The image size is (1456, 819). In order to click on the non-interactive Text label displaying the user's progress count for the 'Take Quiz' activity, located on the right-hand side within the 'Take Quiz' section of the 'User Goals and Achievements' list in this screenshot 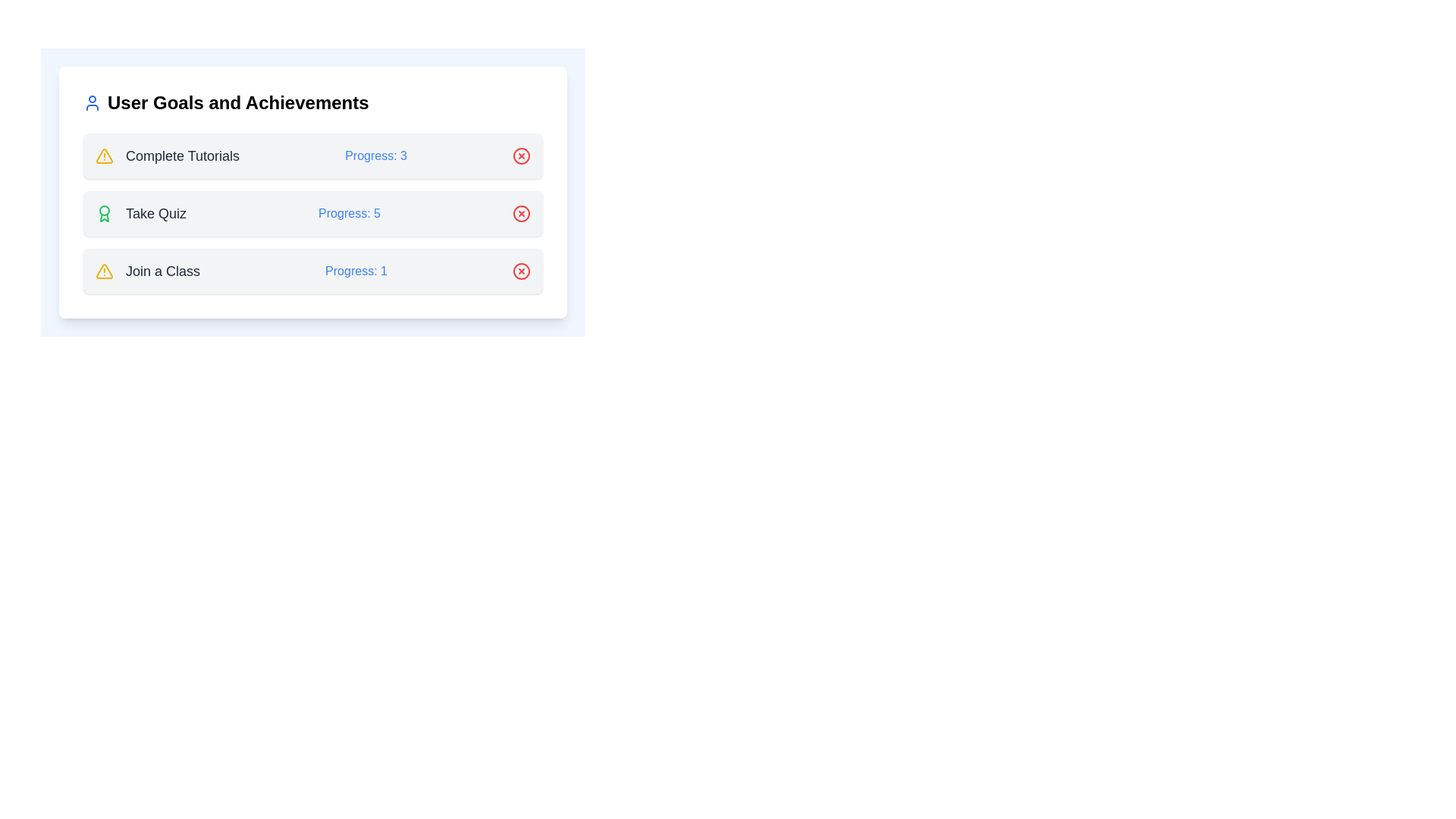, I will do `click(348, 213)`.